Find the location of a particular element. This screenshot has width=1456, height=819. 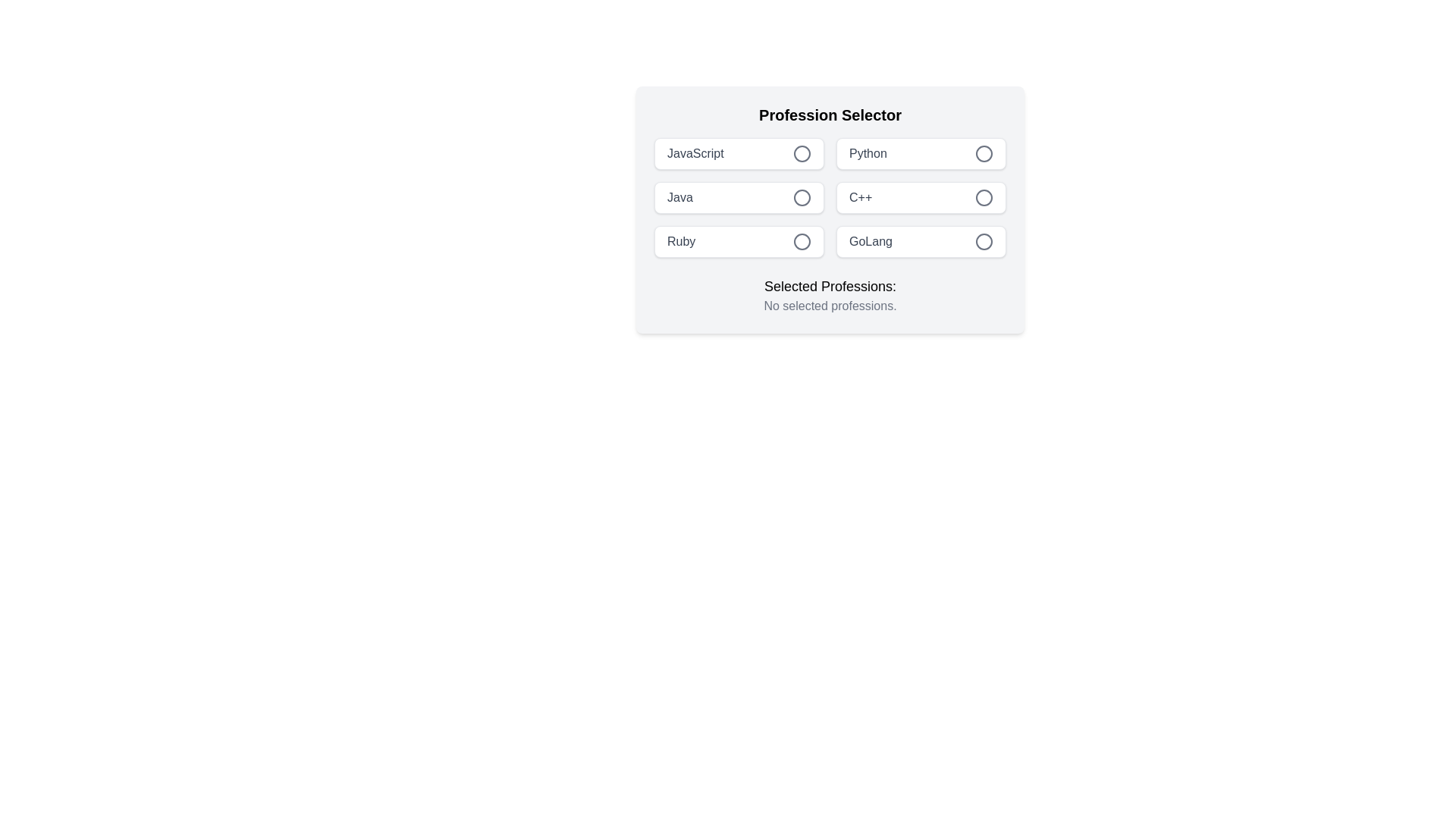

the 'Java' selectable list item with a radio button in the 'Profession Selector' section is located at coordinates (739, 197).